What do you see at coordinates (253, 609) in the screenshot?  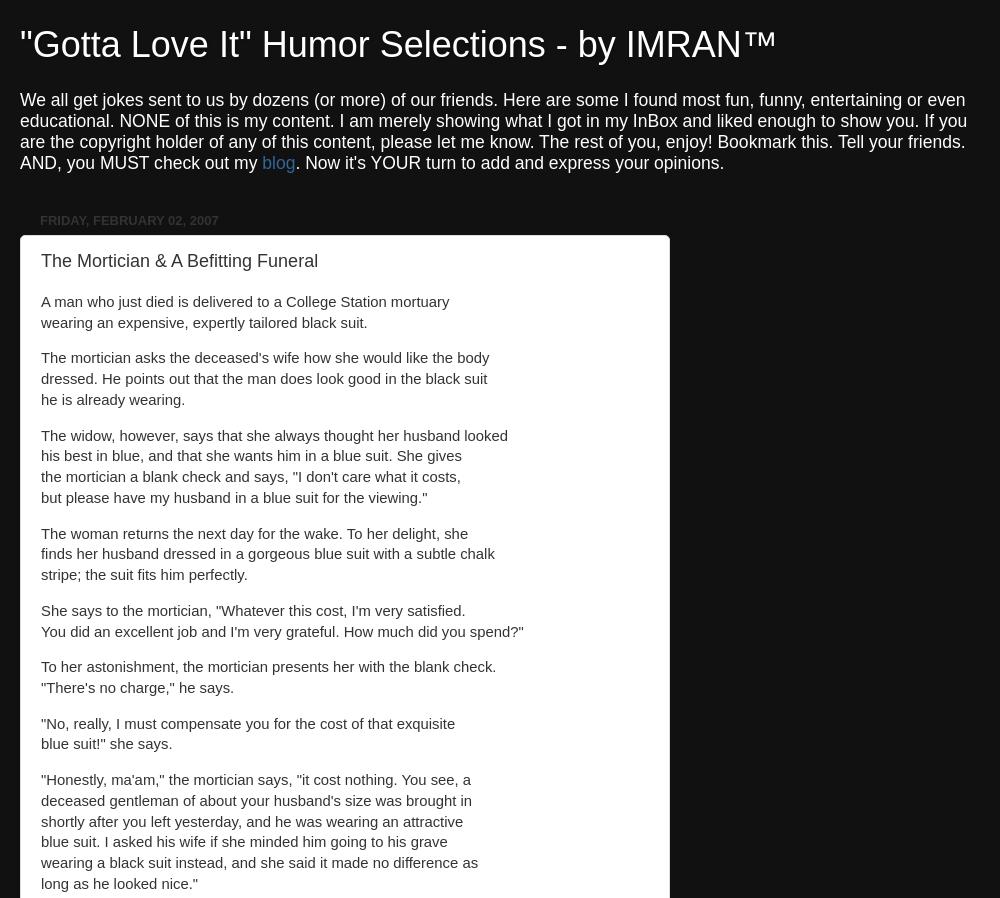 I see `'She says to the mortician, "Whatever this cost, I'm very satisfied.'` at bounding box center [253, 609].